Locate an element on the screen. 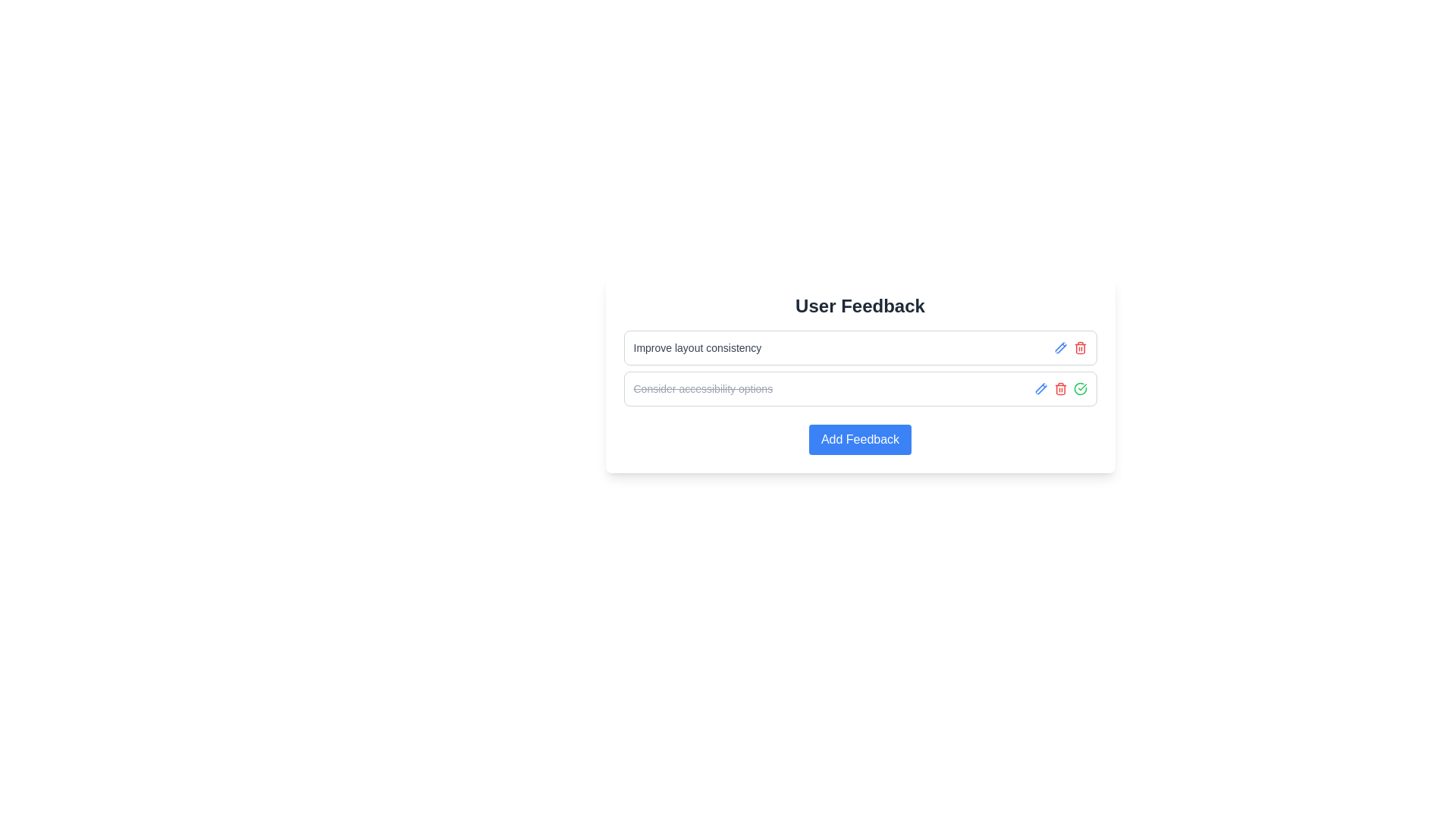 The width and height of the screenshot is (1456, 819). the red trash bin icon located in the Icon group next to the text 'Consider accessibility options' is located at coordinates (1059, 388).